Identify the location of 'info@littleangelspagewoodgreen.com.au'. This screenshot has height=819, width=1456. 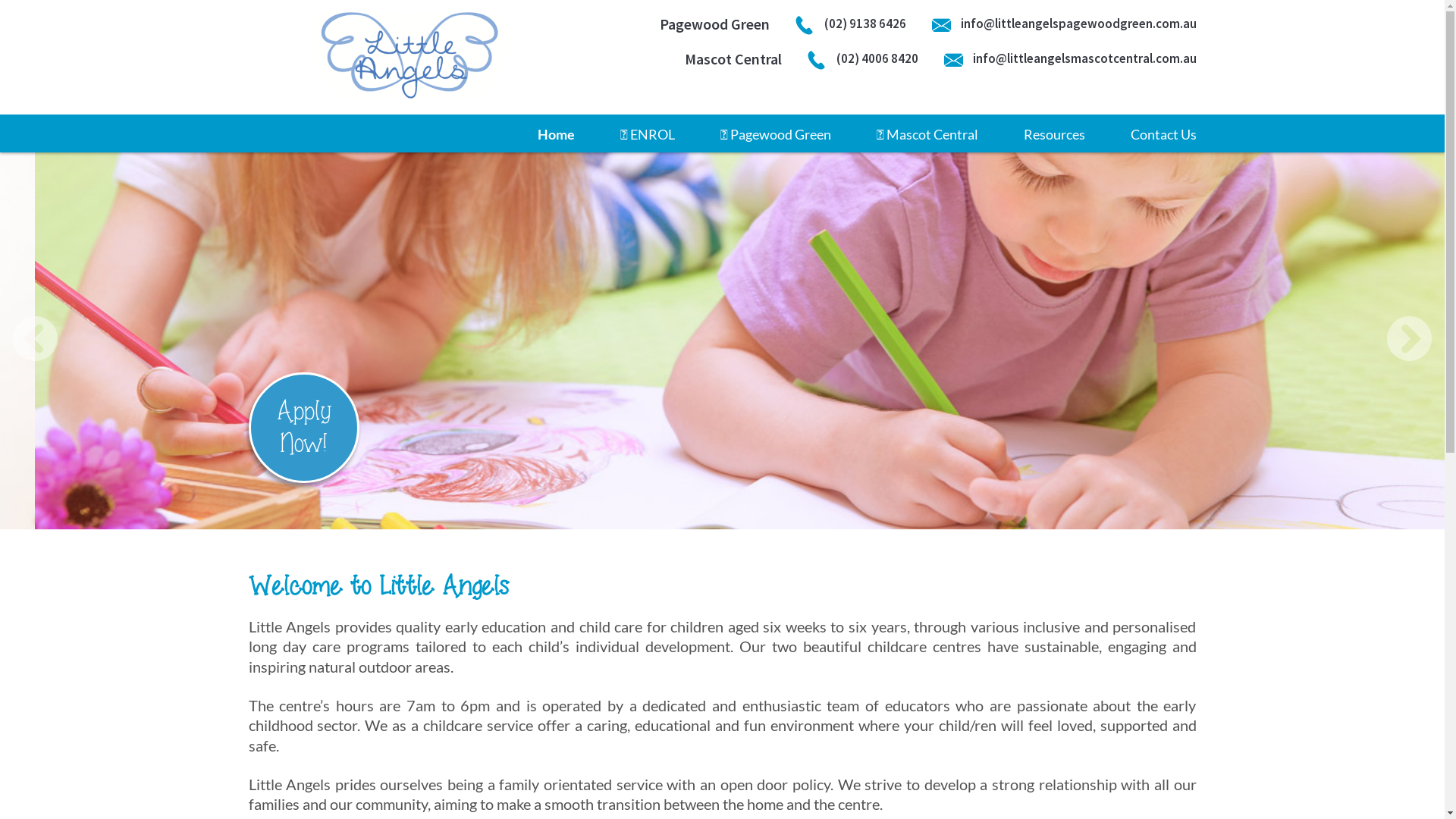
(1062, 24).